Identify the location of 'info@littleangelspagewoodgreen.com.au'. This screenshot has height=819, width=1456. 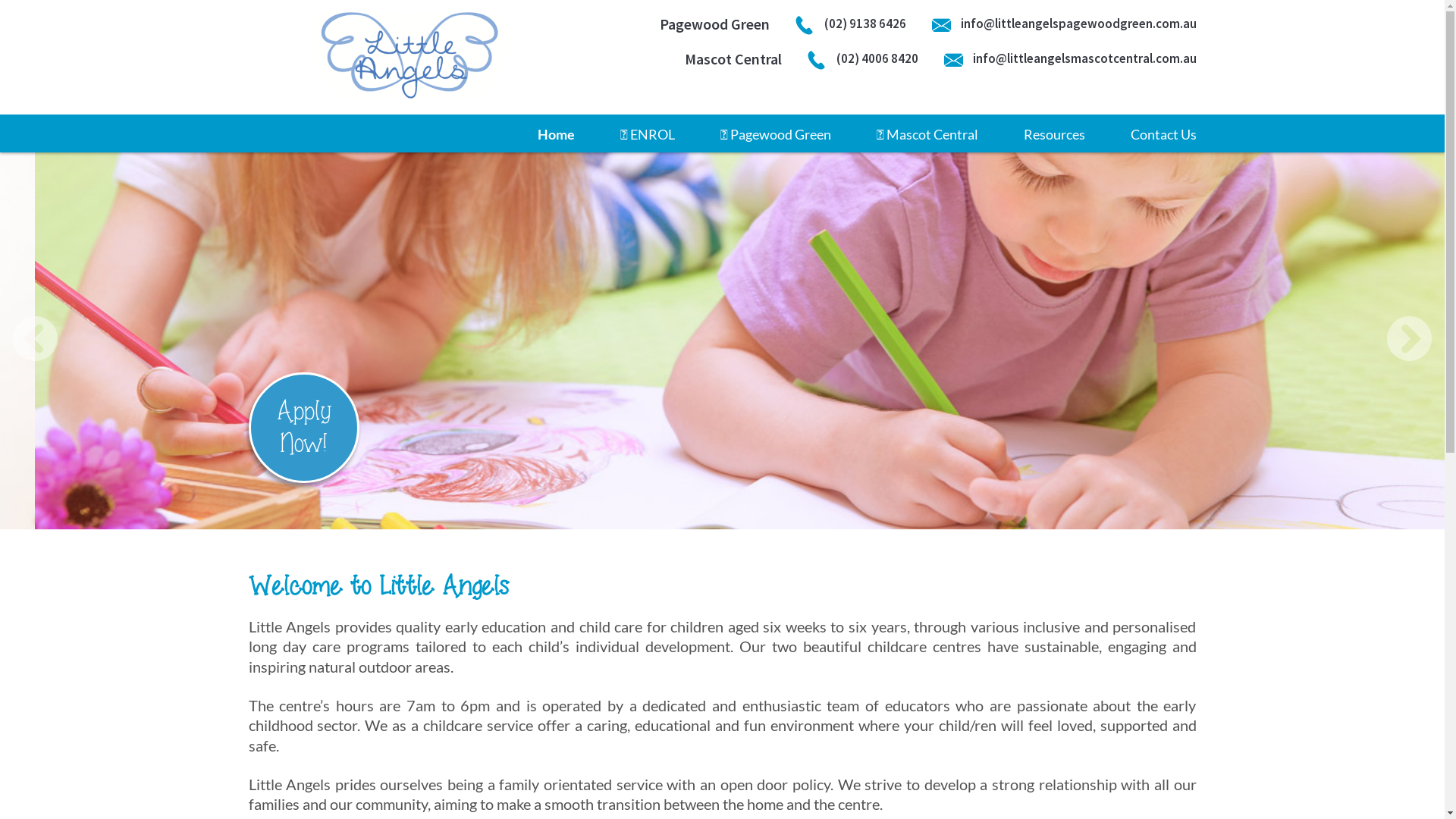
(1062, 24).